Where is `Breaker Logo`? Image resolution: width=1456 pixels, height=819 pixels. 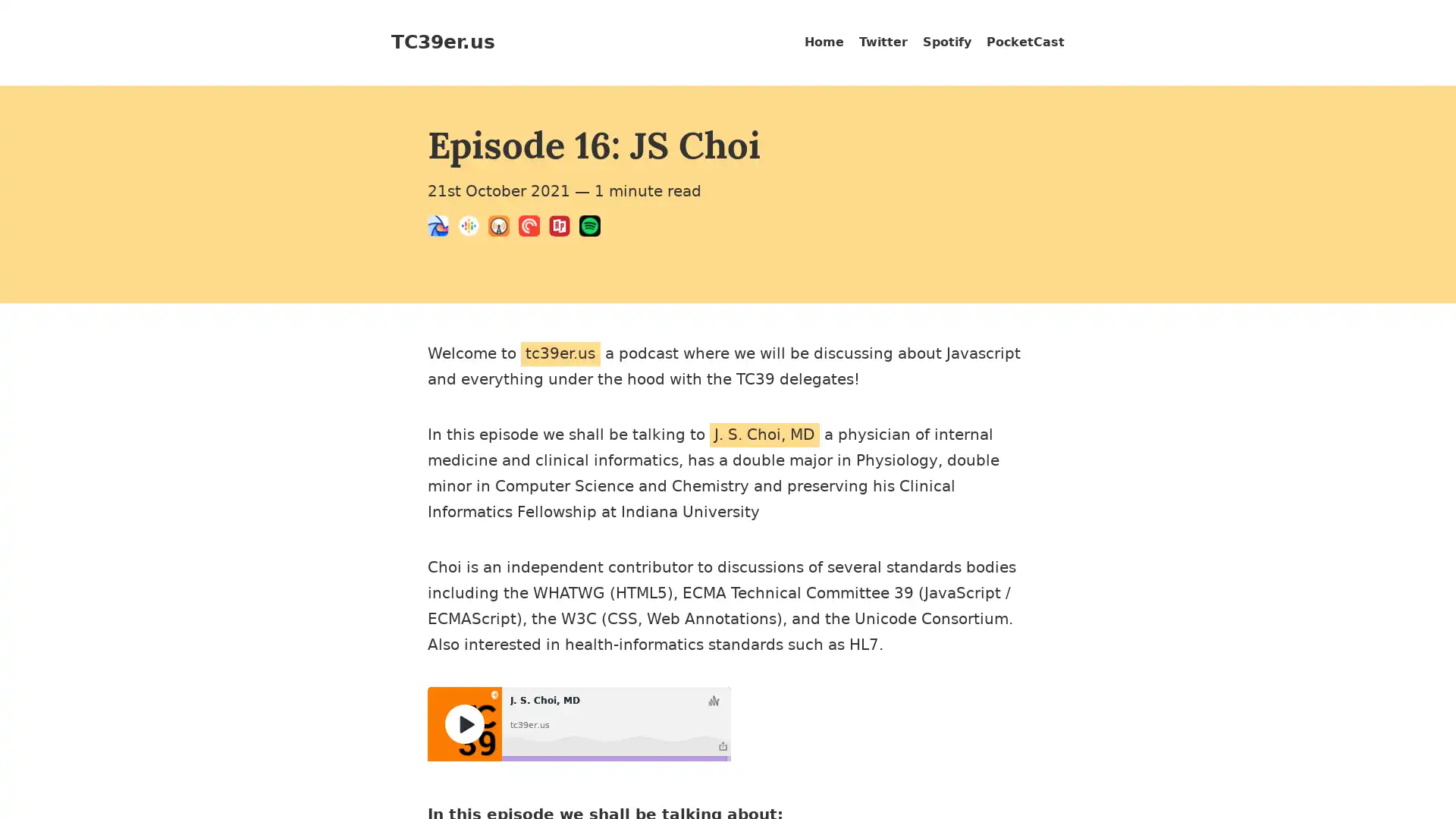
Breaker Logo is located at coordinates (442, 228).